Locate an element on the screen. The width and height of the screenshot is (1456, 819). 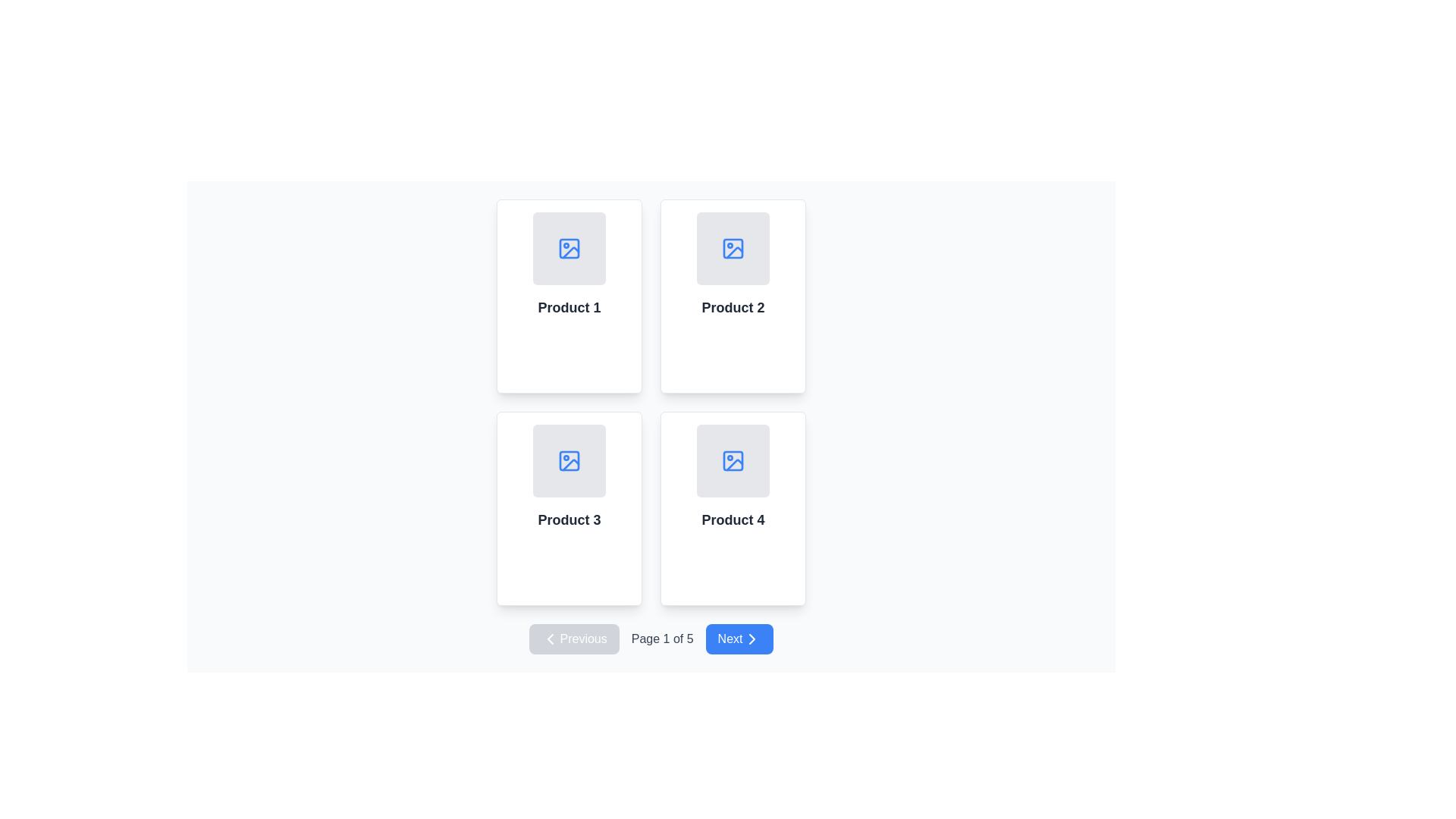
the blue stylized image indicator icon within the 'Product 3' card, which is positioned in the bottom-left quadrant of the grid layout is located at coordinates (568, 460).